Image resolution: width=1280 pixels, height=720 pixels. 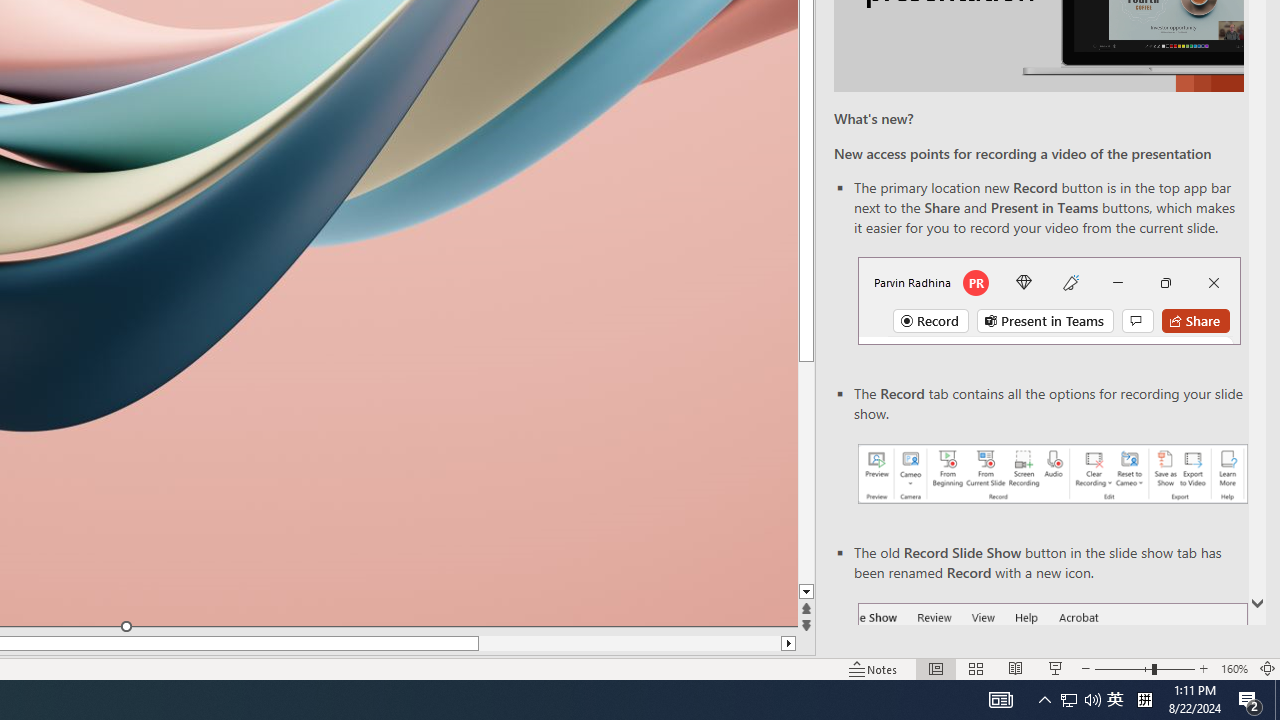 What do you see at coordinates (1233, 669) in the screenshot?
I see `'Zoom 160%'` at bounding box center [1233, 669].